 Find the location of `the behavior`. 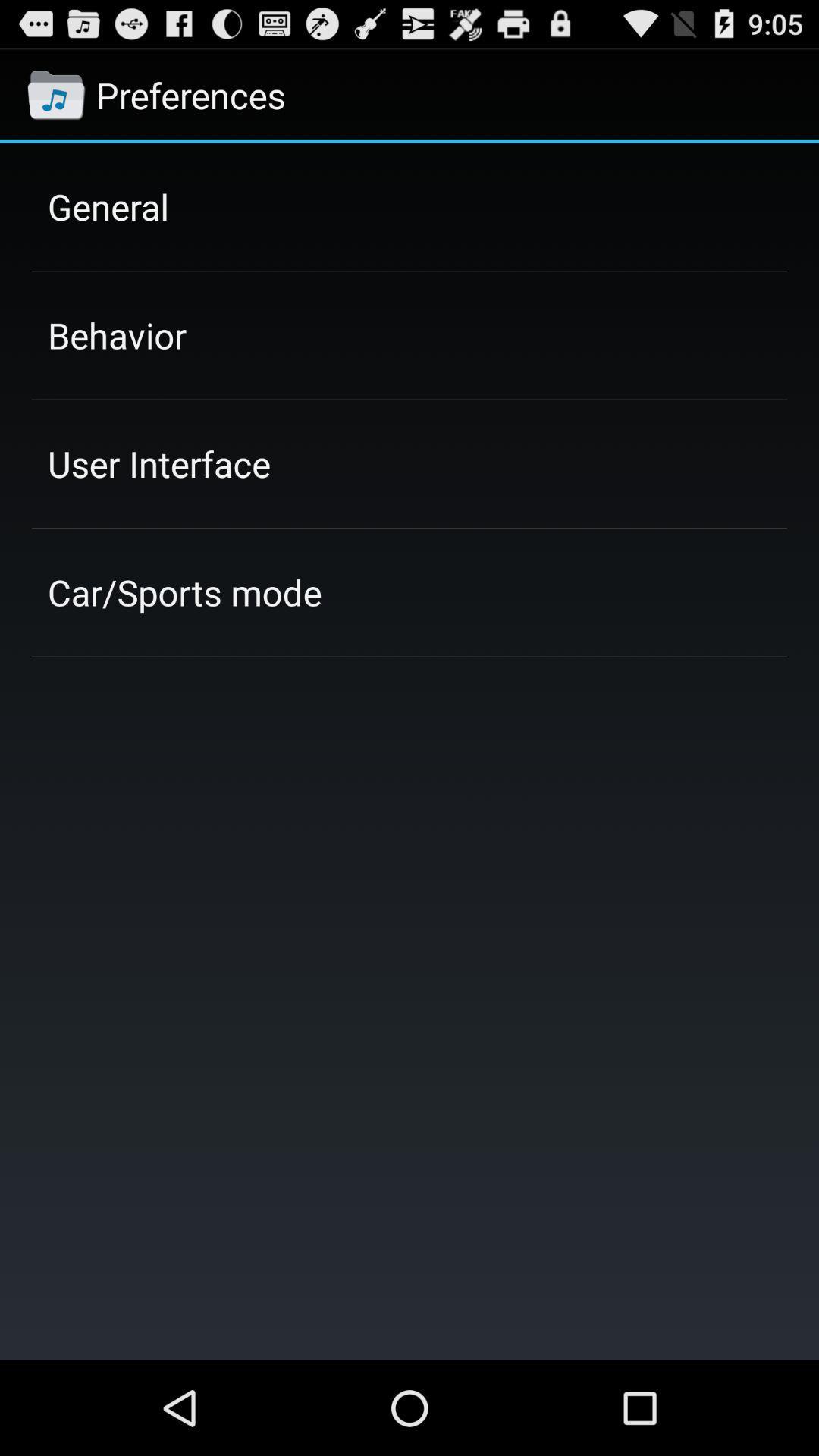

the behavior is located at coordinates (116, 334).